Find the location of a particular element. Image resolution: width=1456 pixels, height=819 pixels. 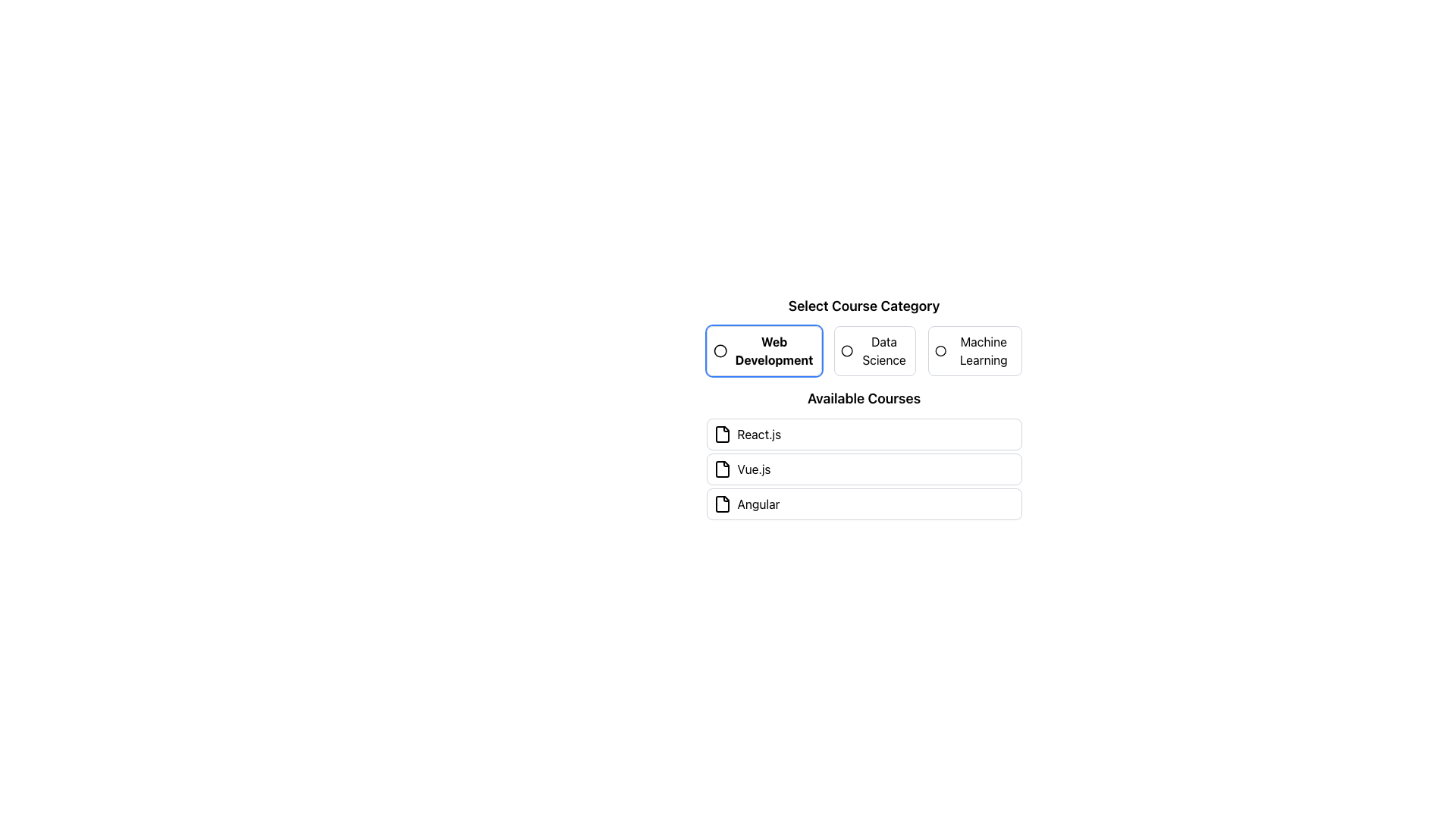

the 'Machine Learning' text label within the 'Select Course Category' section to retrieve additional information, if enabled is located at coordinates (984, 350).